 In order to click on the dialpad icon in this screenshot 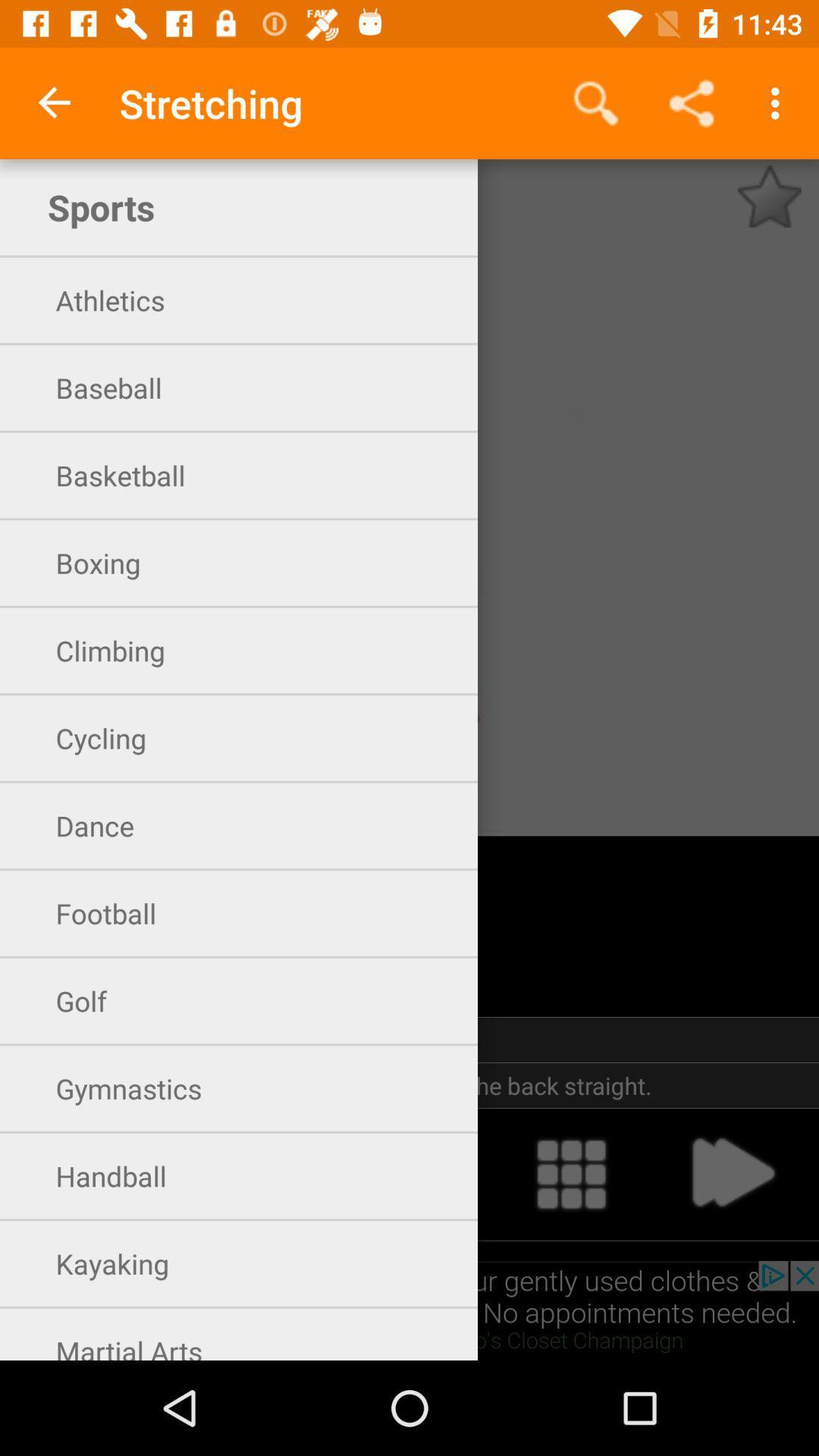, I will do `click(571, 1173)`.